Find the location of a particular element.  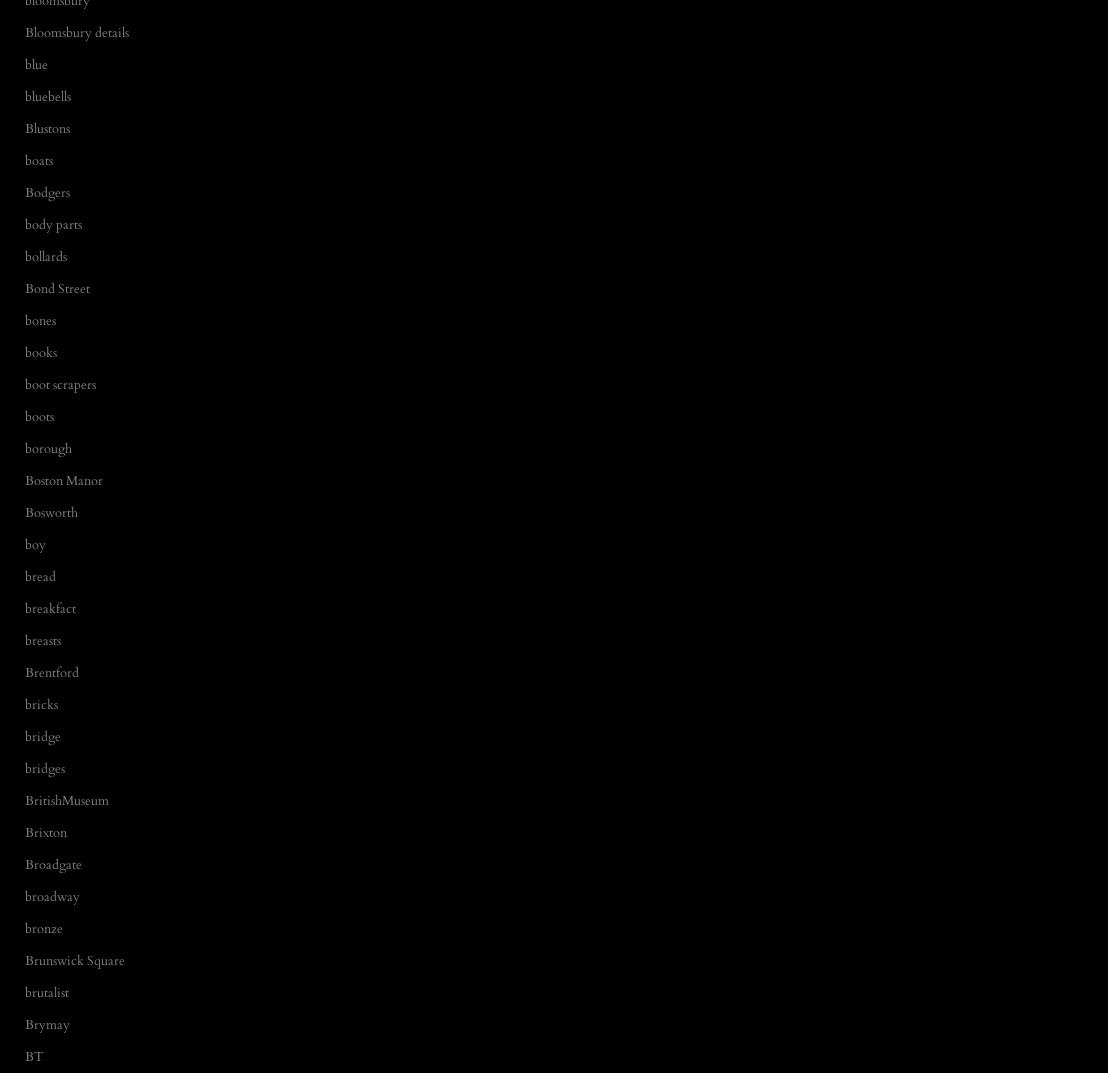

'broadway' is located at coordinates (51, 895).